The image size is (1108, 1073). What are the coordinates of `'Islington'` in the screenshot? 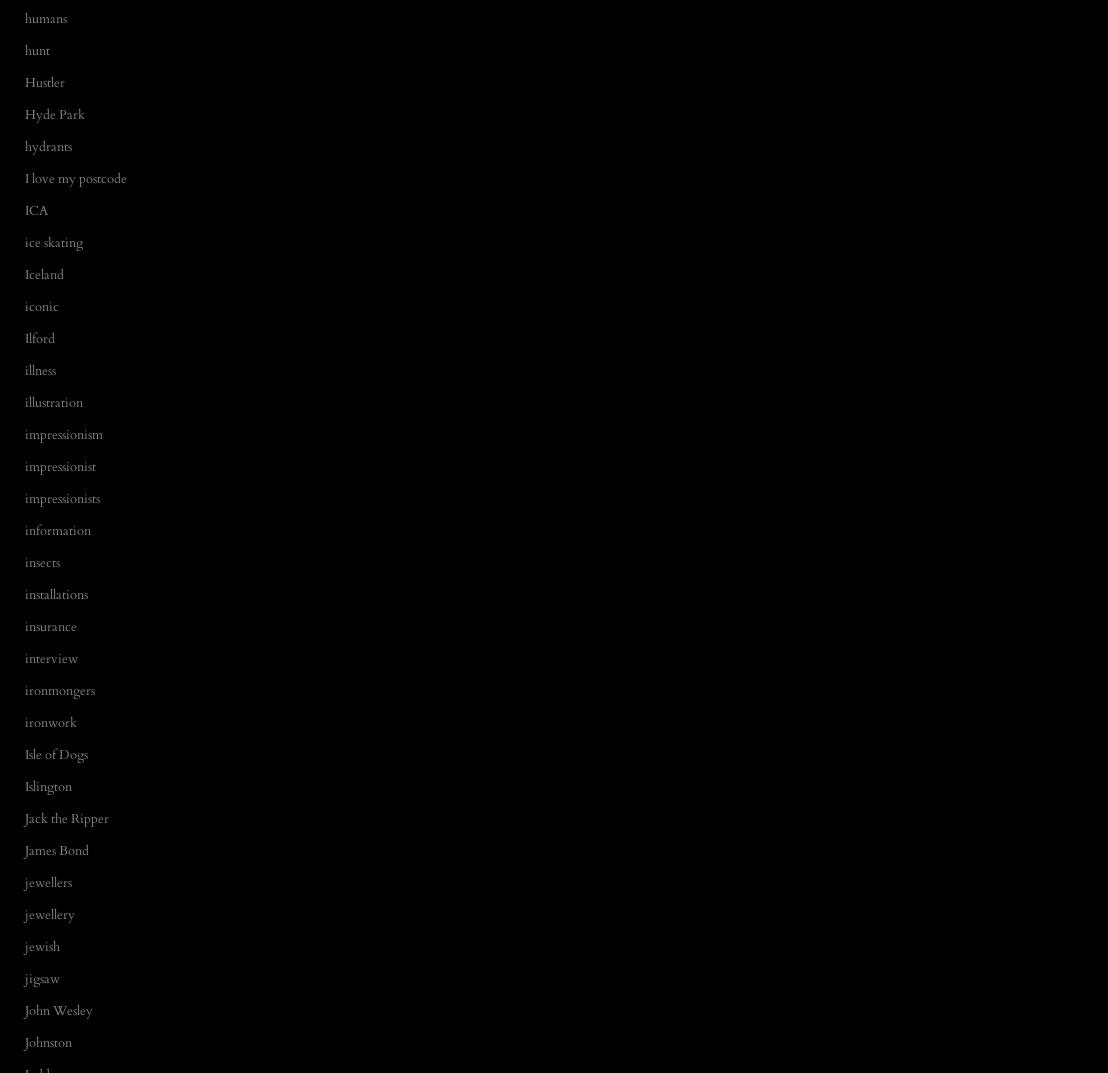 It's located at (47, 785).